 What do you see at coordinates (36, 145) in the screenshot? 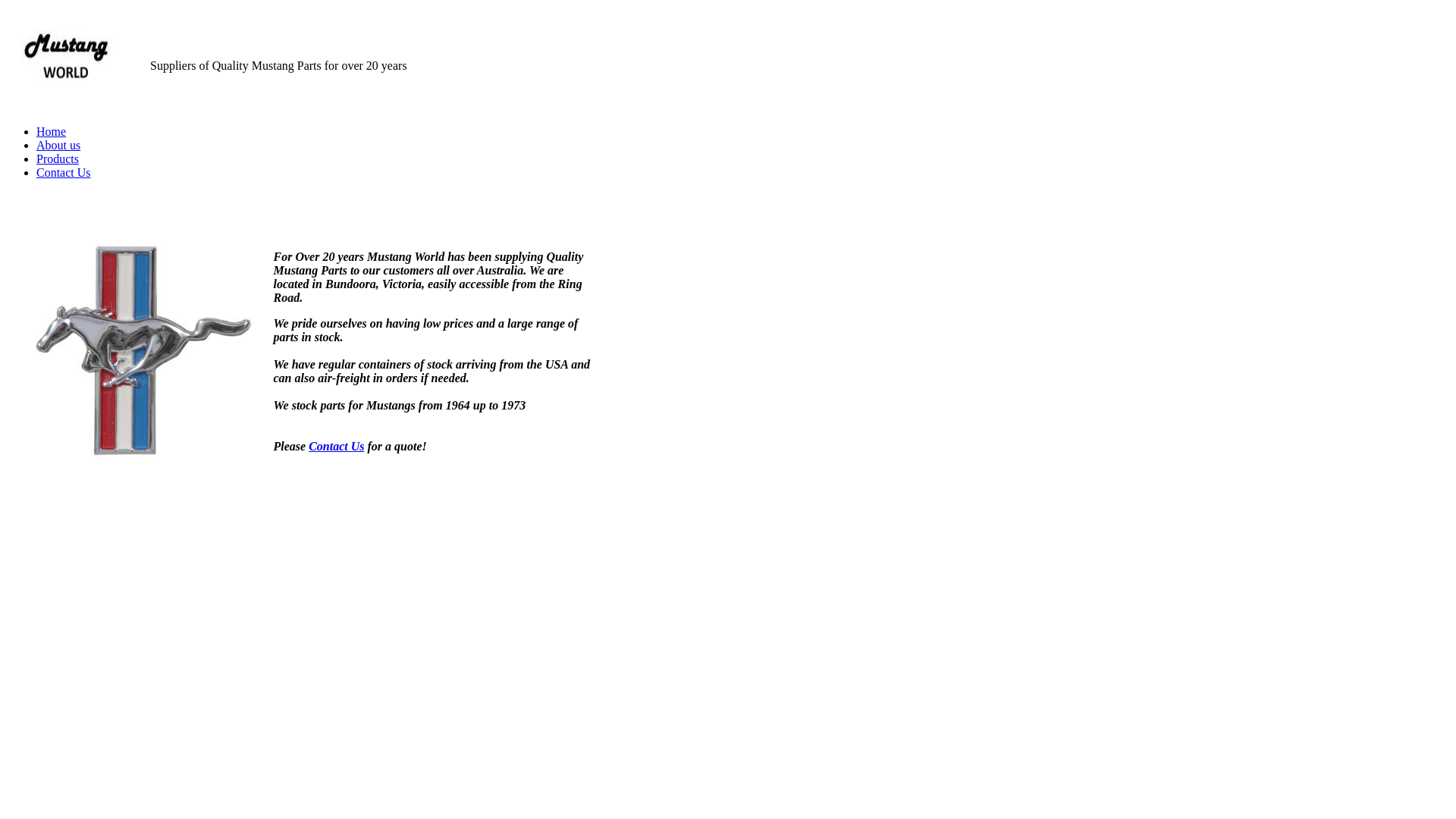
I see `'About us'` at bounding box center [36, 145].